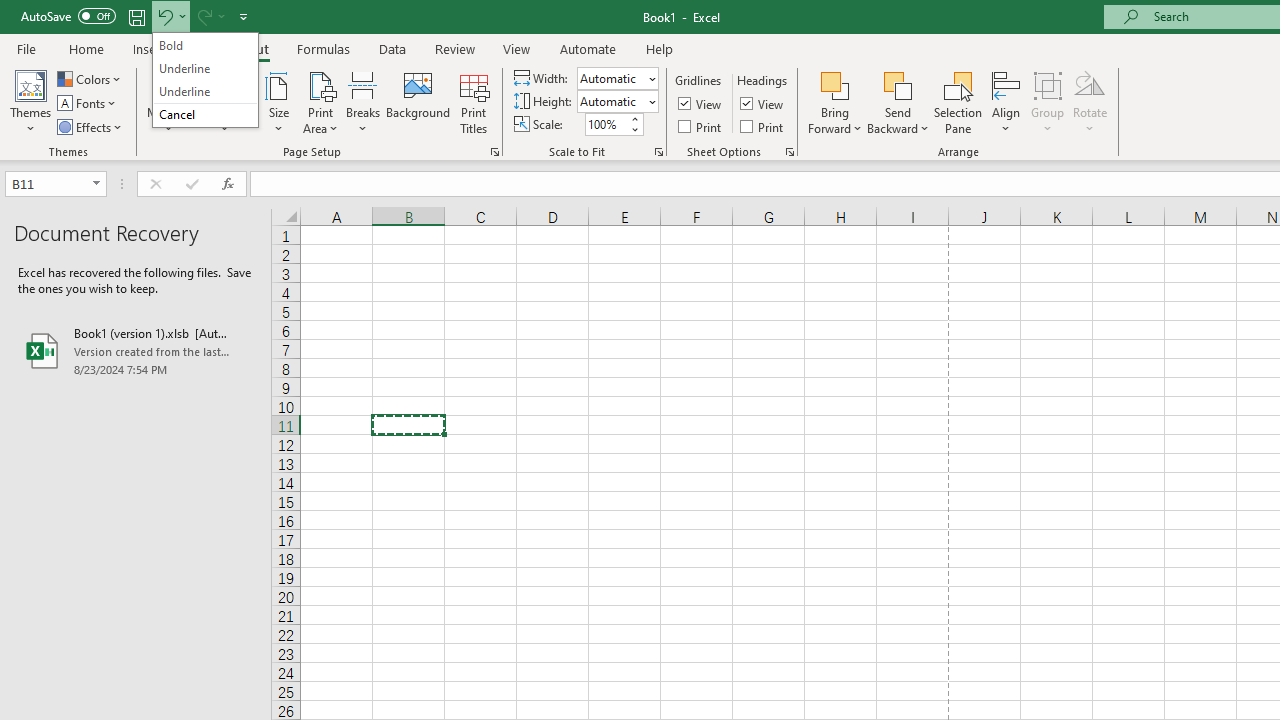  I want to click on 'Background...', so click(417, 103).